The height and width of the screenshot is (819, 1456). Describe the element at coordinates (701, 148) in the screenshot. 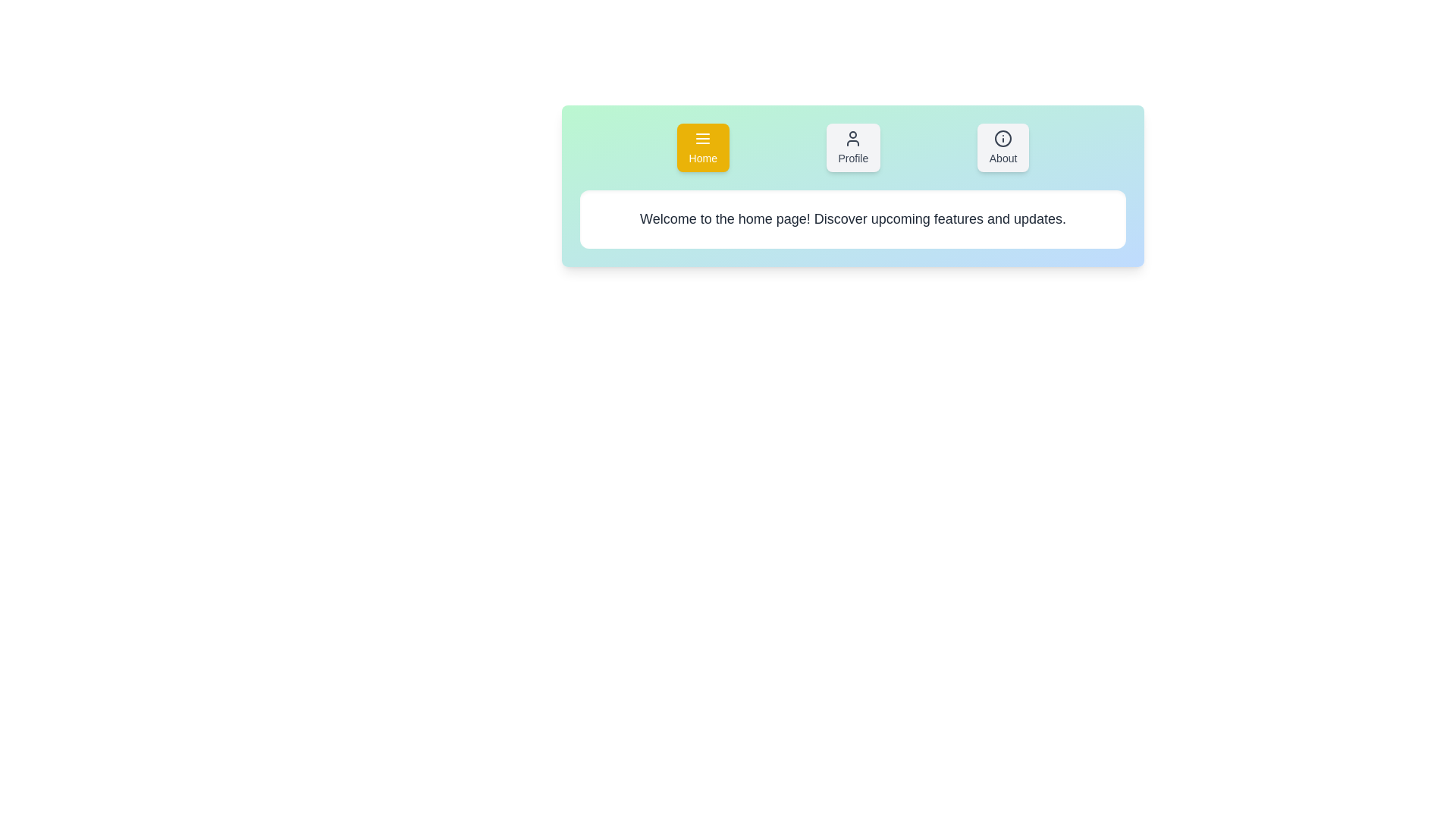

I see `the Home tab by clicking its corresponding button` at that location.